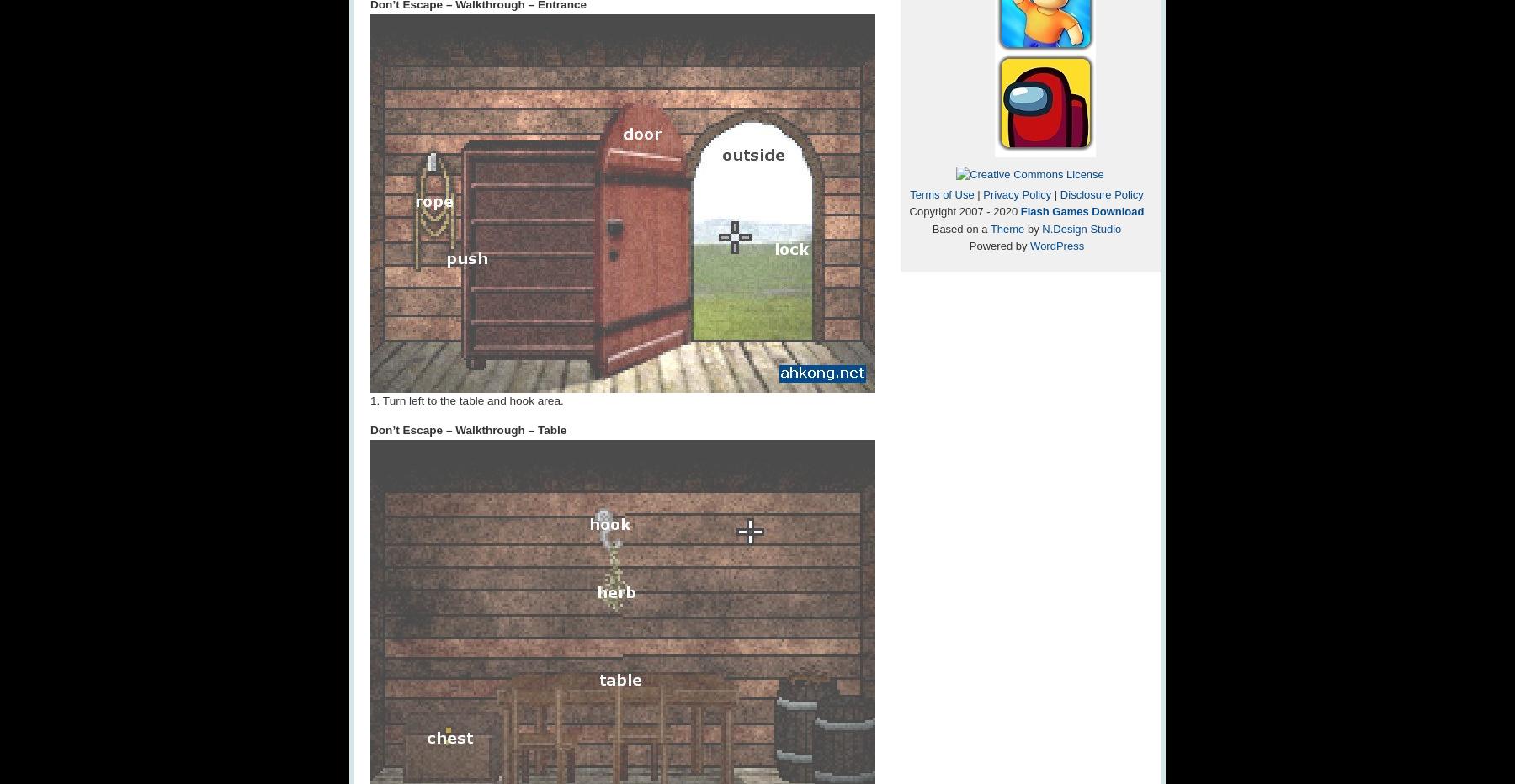  What do you see at coordinates (1082, 227) in the screenshot?
I see `'N.Design Studio'` at bounding box center [1082, 227].